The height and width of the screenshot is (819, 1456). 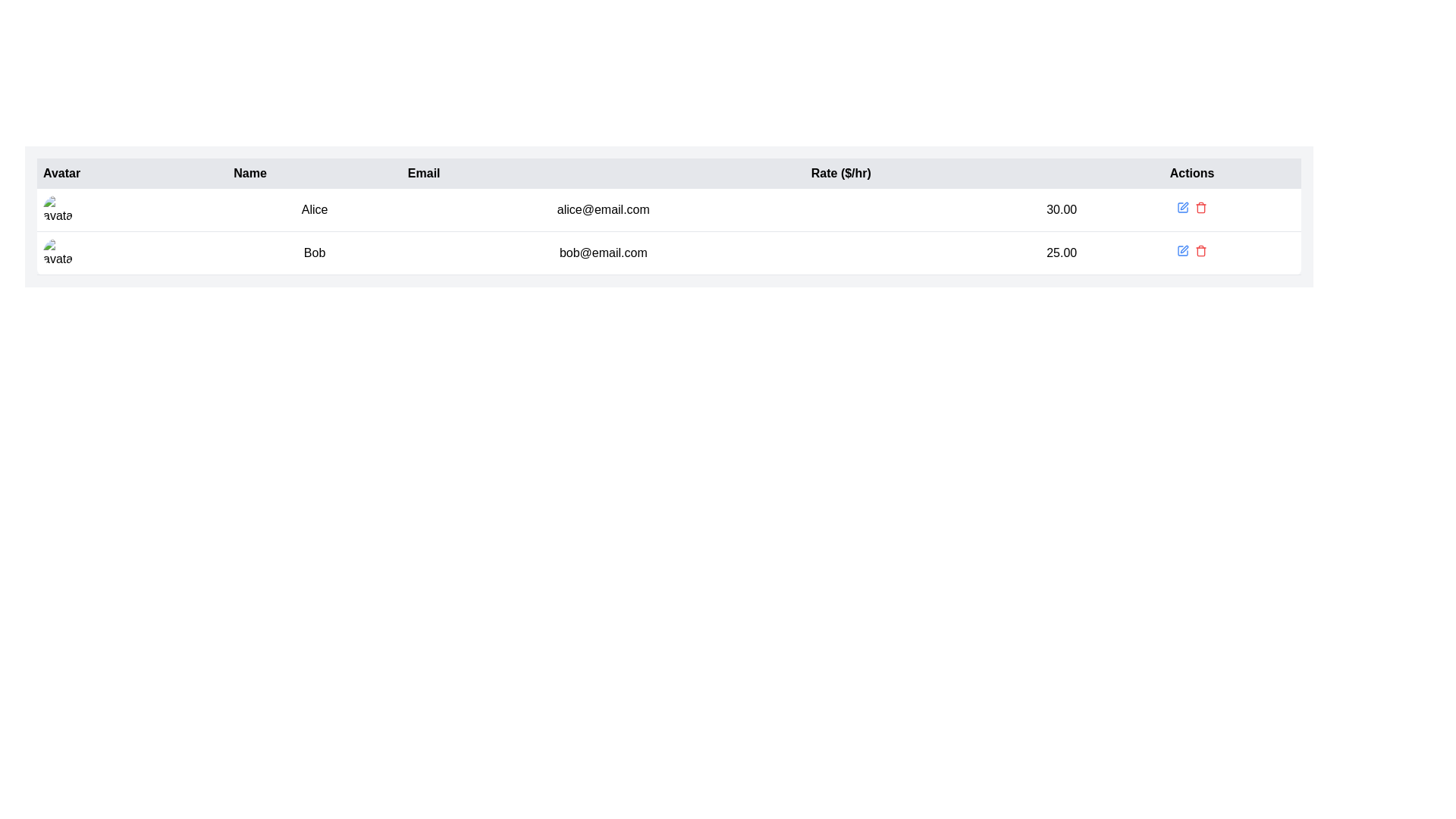 I want to click on the edit icon in the actions cell of the second row of the table to initiate an edit action, so click(x=1184, y=248).